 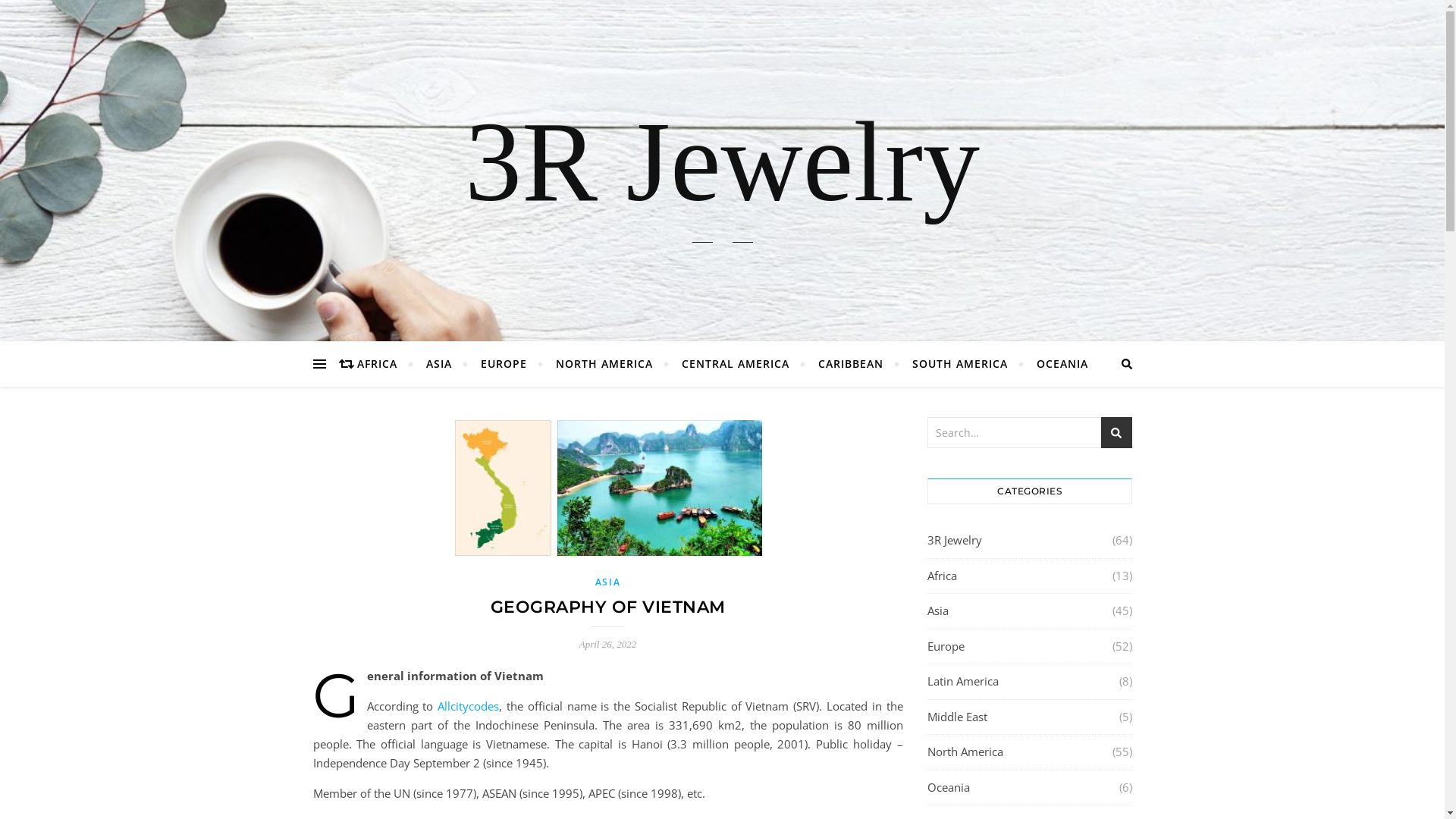 What do you see at coordinates (1116, 432) in the screenshot?
I see `'st'` at bounding box center [1116, 432].